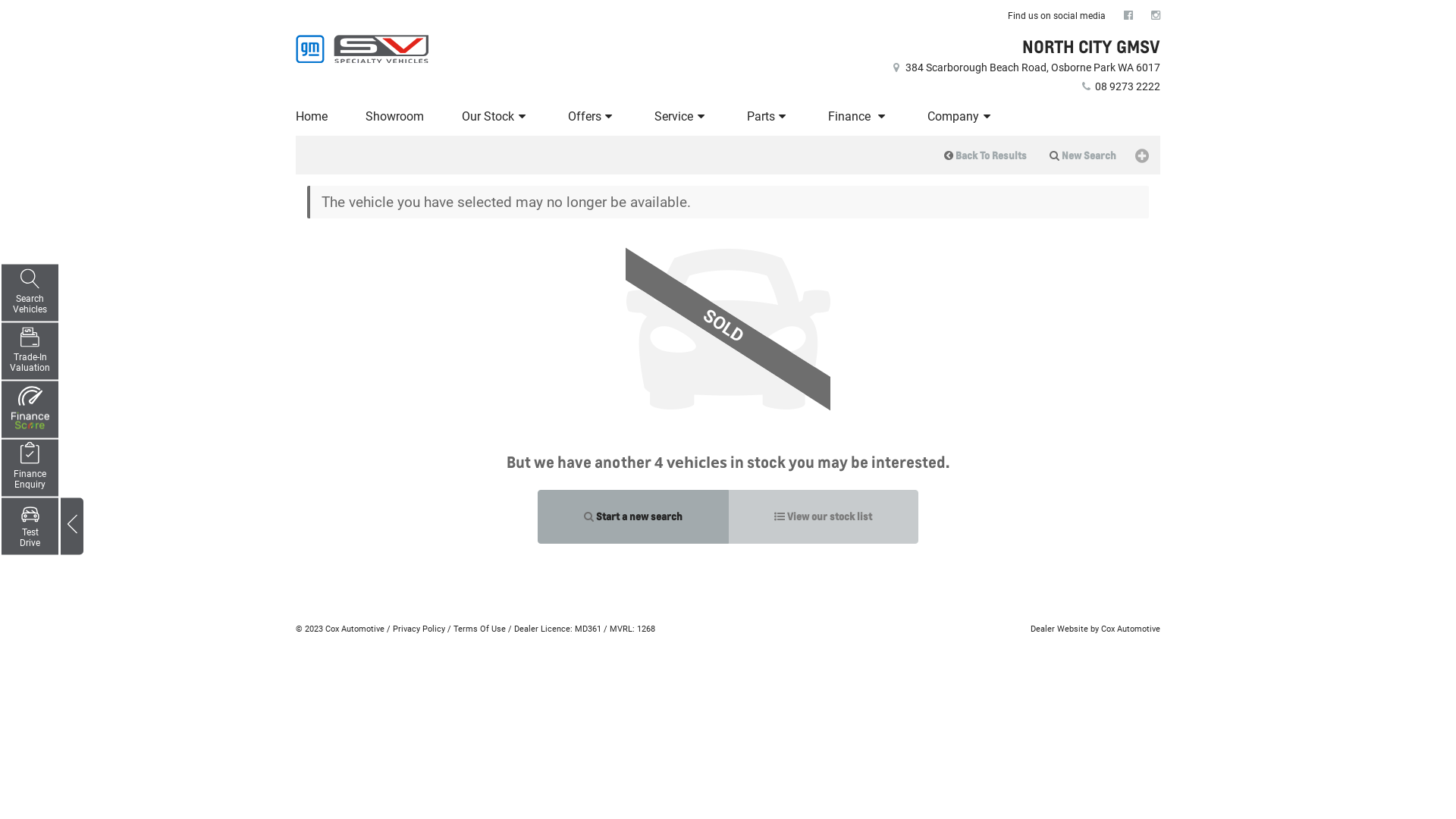 The image size is (1456, 819). What do you see at coordinates (1078, 86) in the screenshot?
I see `'08 9273 2222'` at bounding box center [1078, 86].